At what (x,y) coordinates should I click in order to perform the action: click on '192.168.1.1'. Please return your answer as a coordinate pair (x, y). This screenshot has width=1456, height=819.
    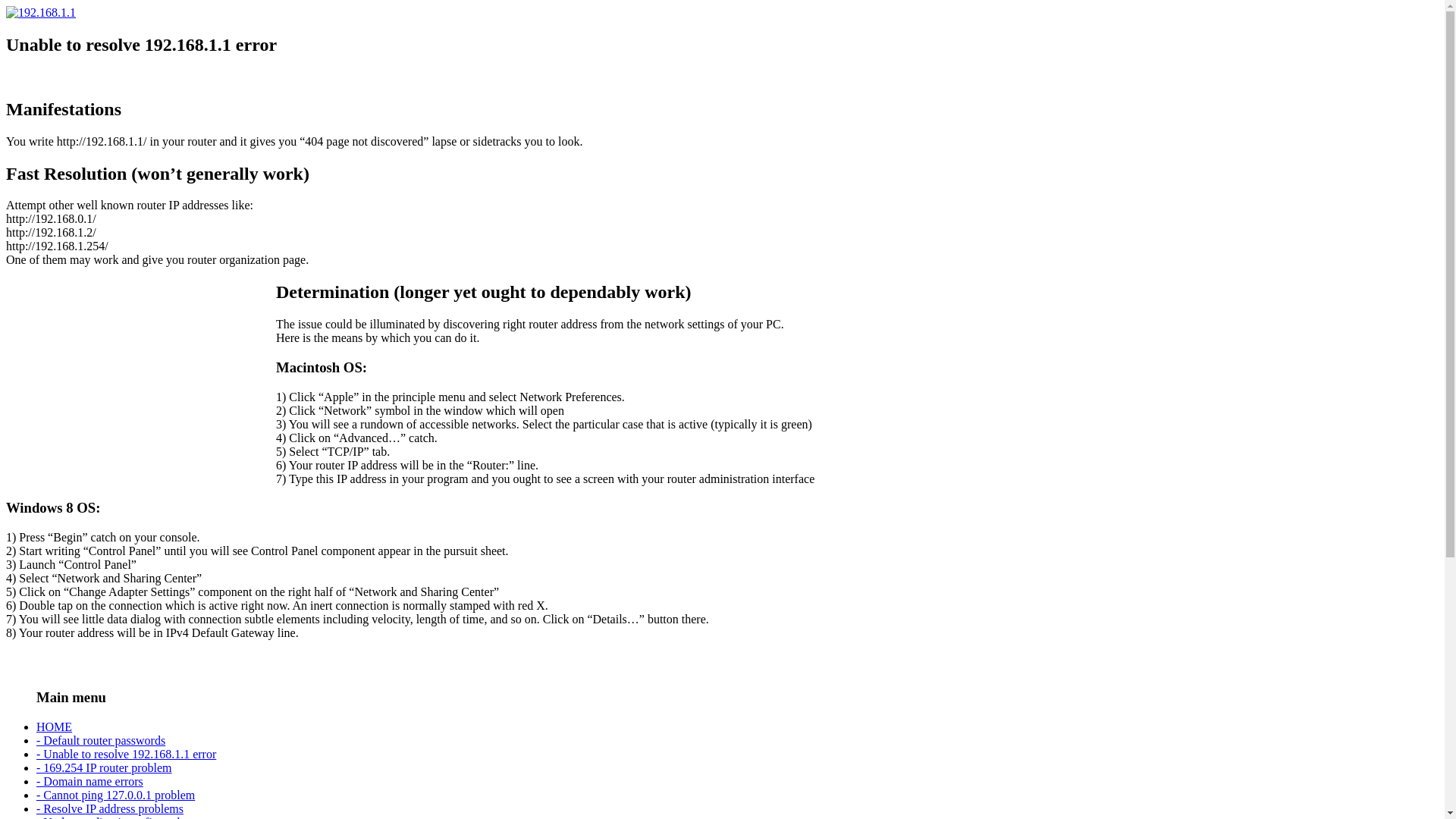
    Looking at the image, I should click on (40, 12).